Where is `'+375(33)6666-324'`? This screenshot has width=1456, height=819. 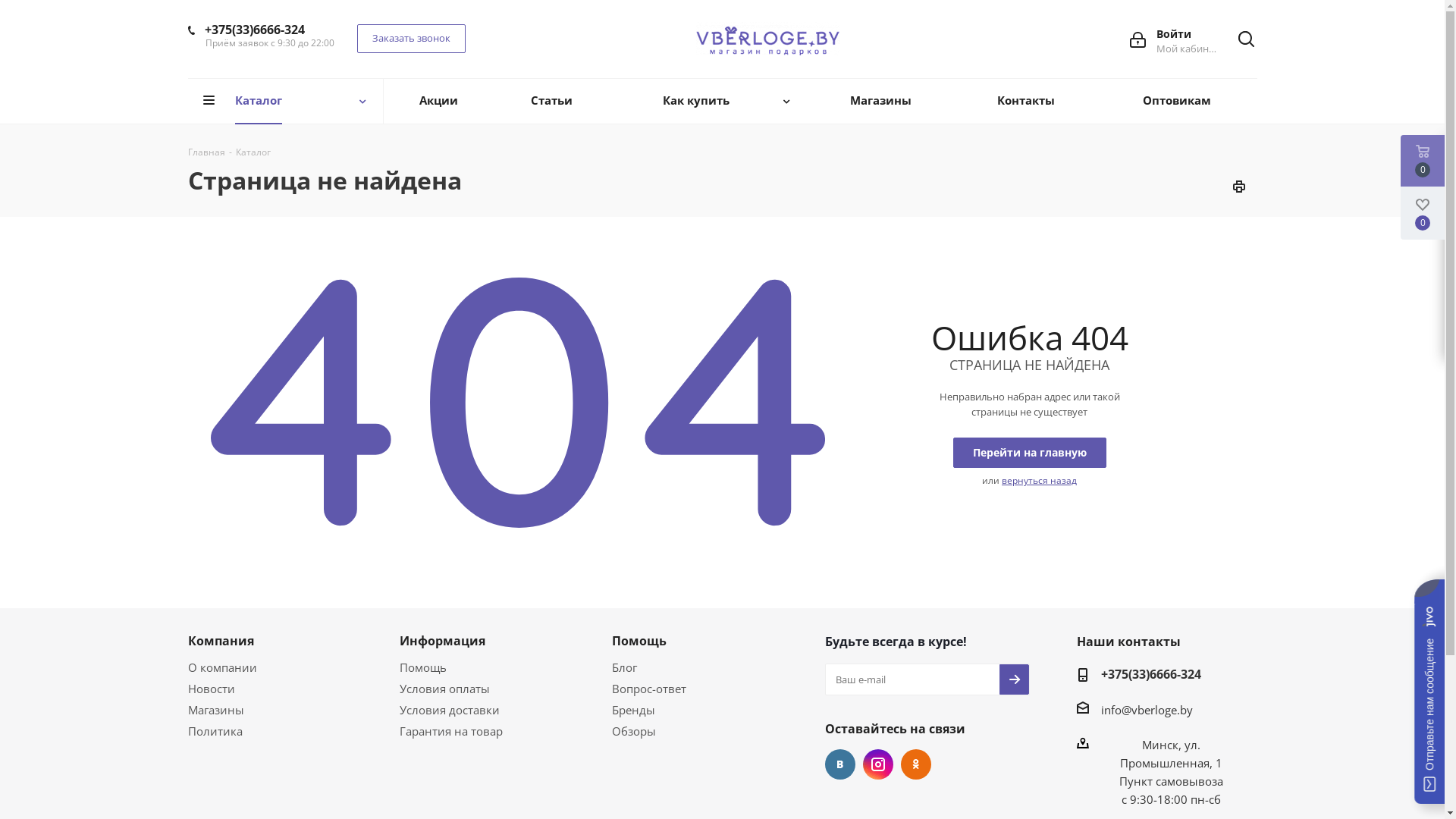 '+375(33)6666-324' is located at coordinates (255, 29).